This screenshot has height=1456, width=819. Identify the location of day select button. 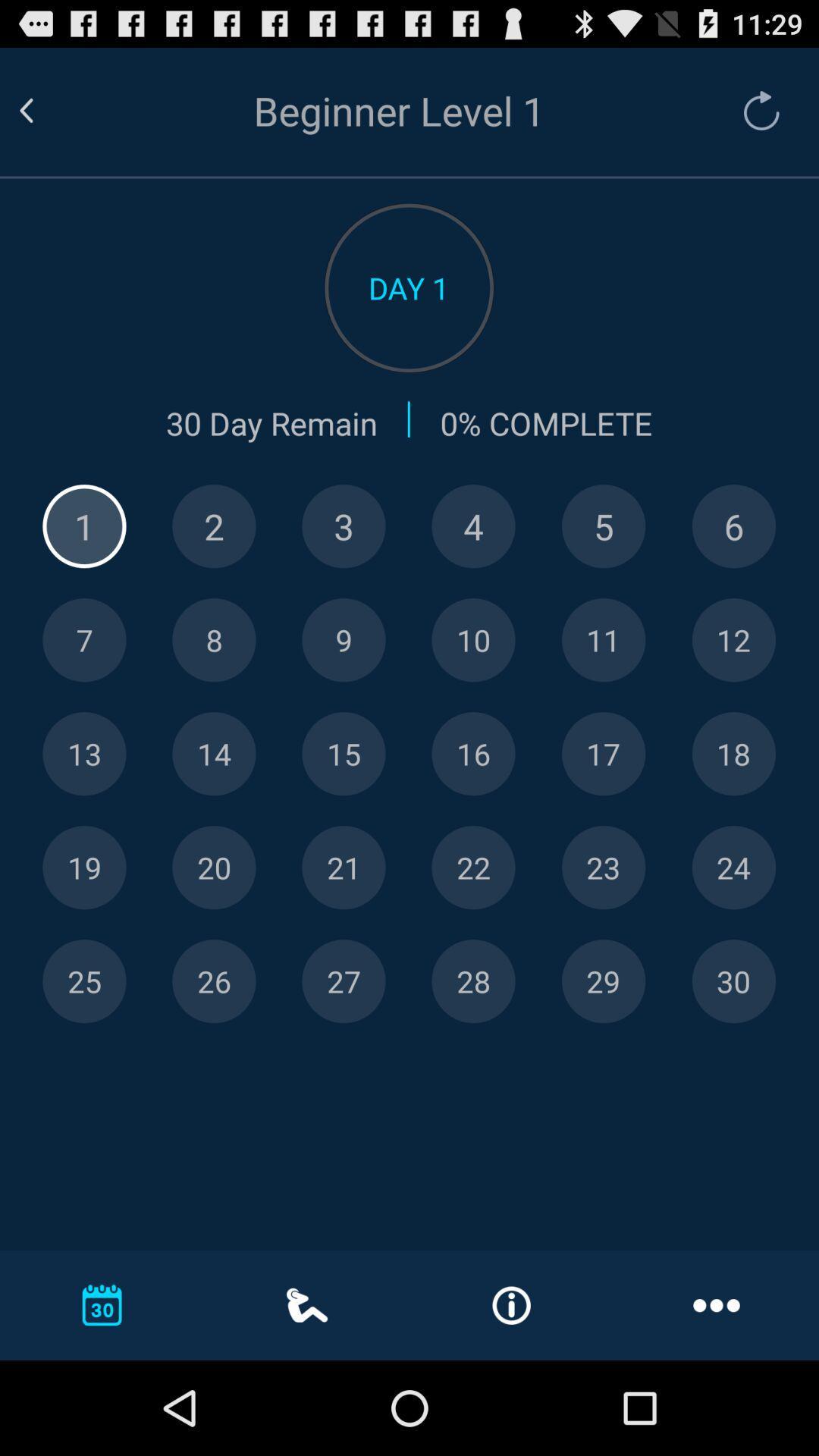
(344, 868).